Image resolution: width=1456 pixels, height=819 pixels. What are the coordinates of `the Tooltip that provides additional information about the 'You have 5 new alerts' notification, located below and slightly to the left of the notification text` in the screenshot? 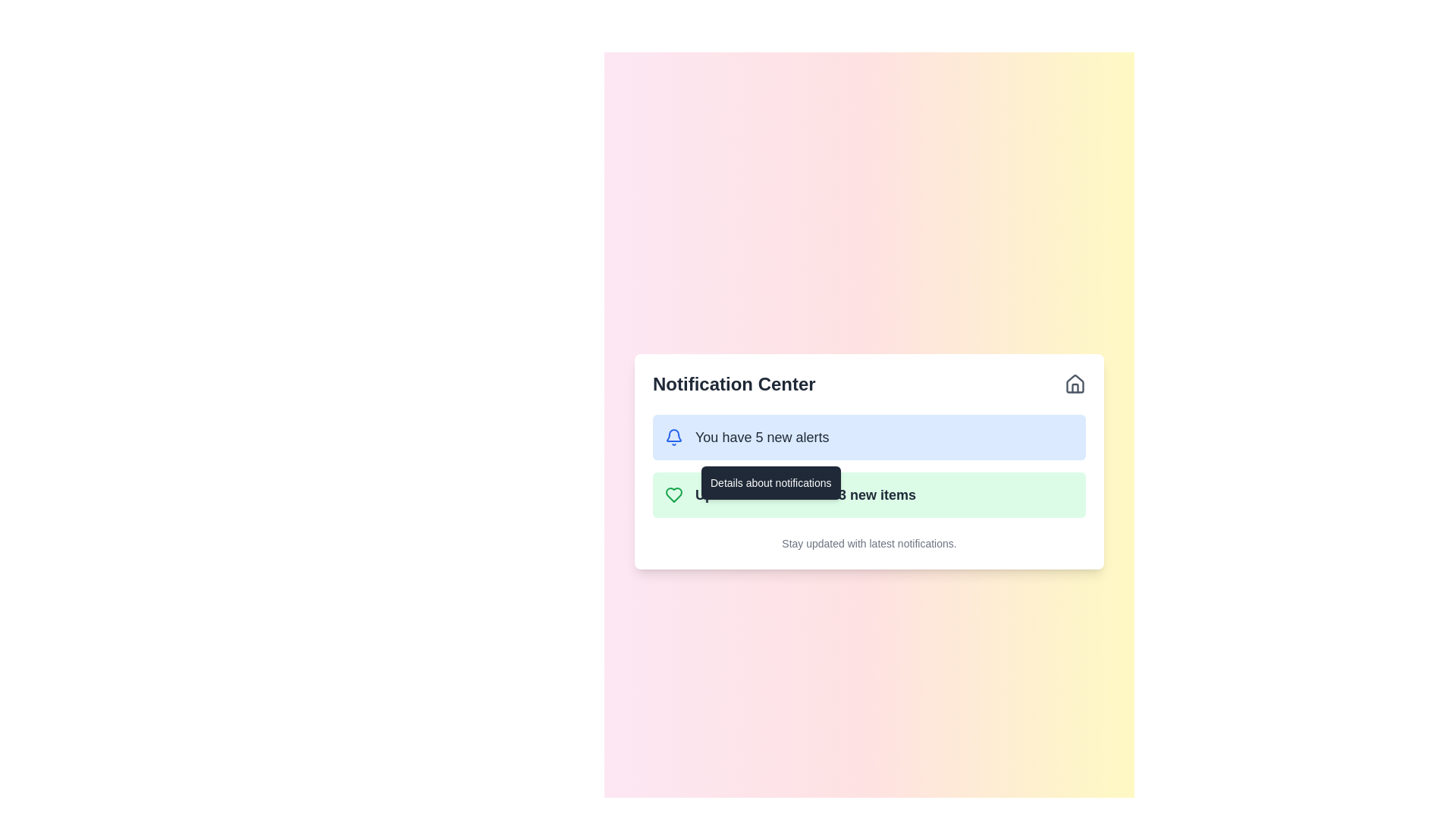 It's located at (770, 482).